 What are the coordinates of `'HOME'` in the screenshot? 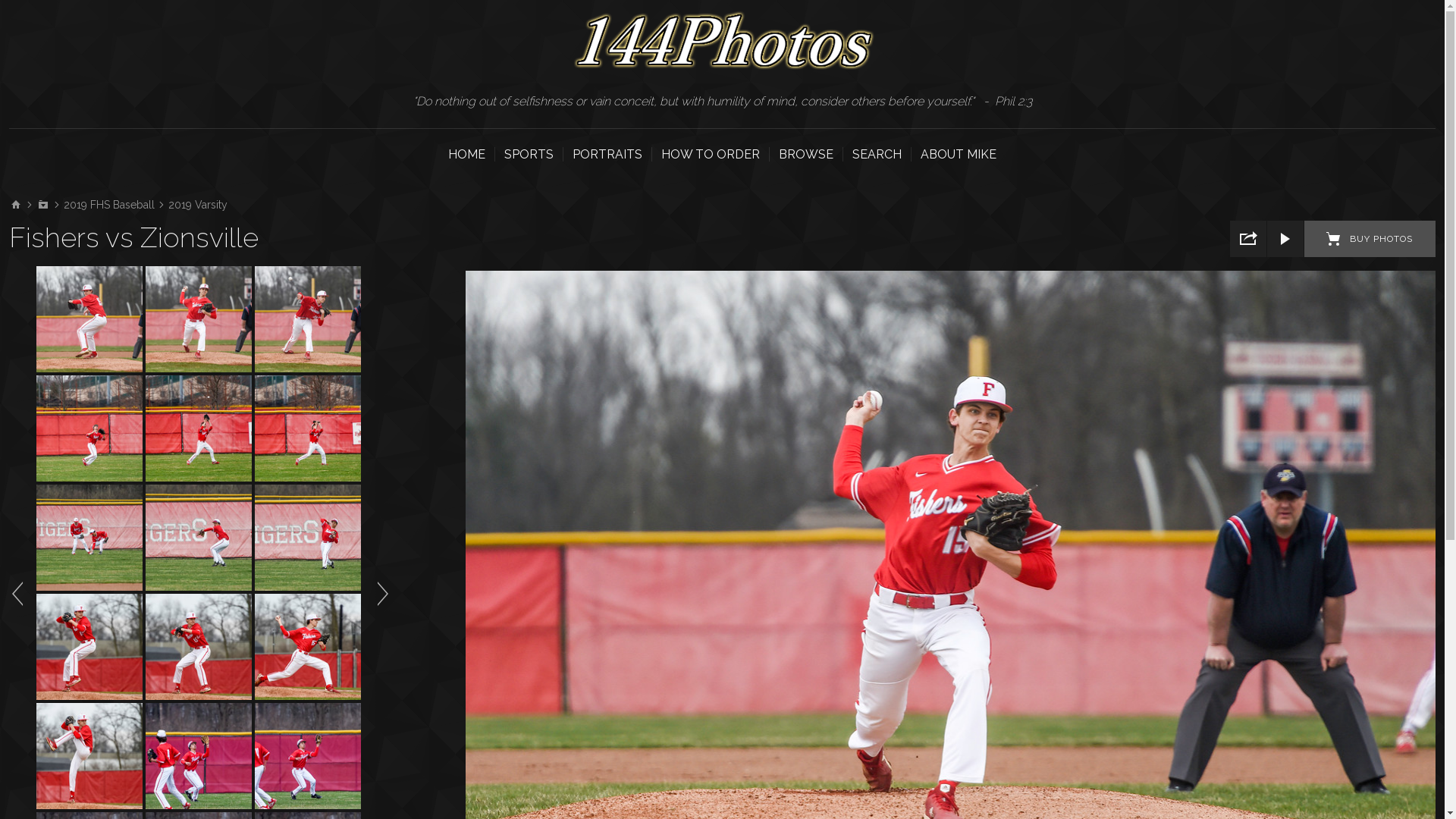 It's located at (447, 154).